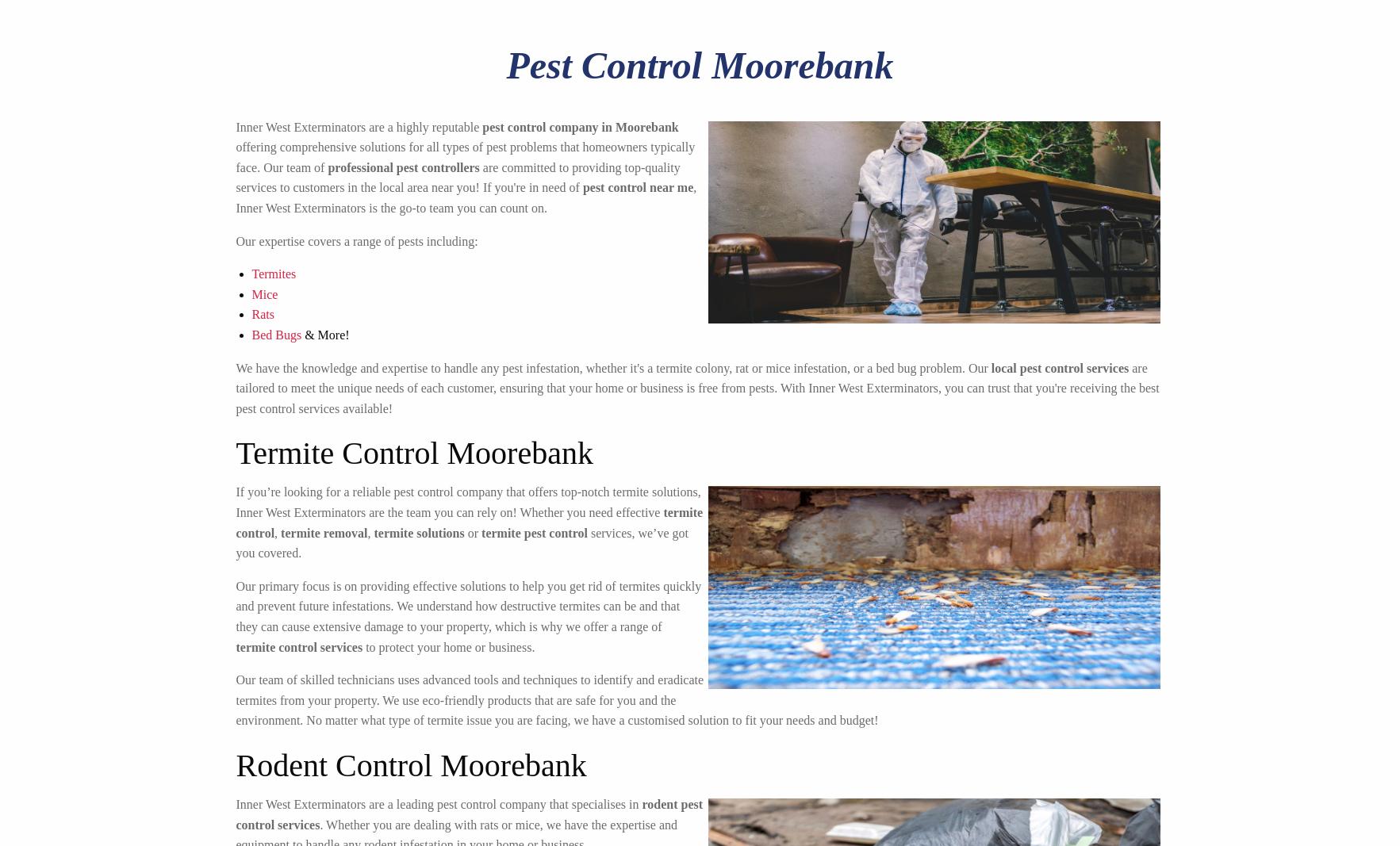  Describe the element at coordinates (301, 334) in the screenshot. I see `'& More!'` at that location.